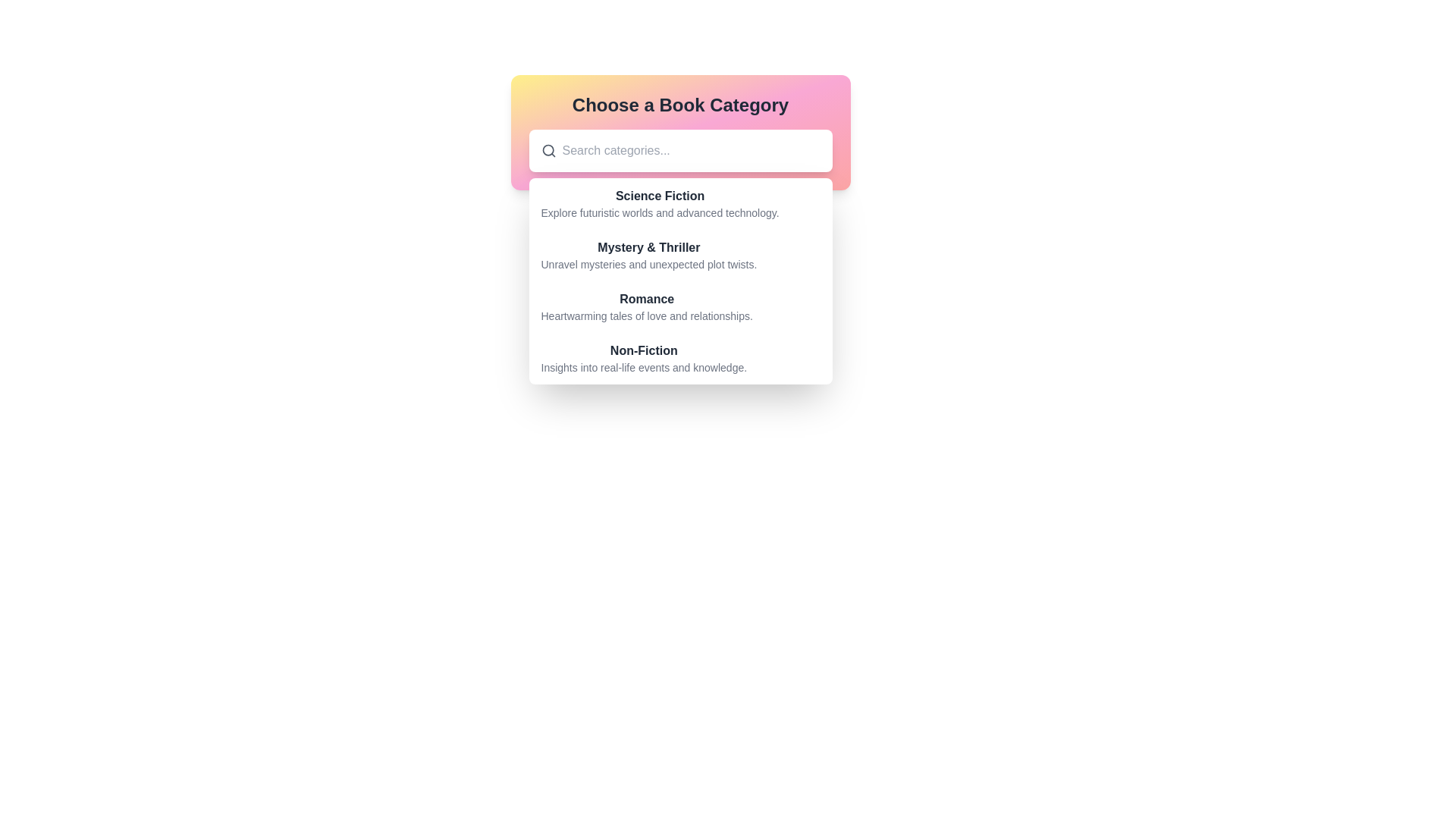 The width and height of the screenshot is (1456, 819). I want to click on to select the 'Romance' category option in the dropdown menu, which is the third option located centrally below 'Mystery & Thriller' and above 'Non-Fiction', so click(679, 307).